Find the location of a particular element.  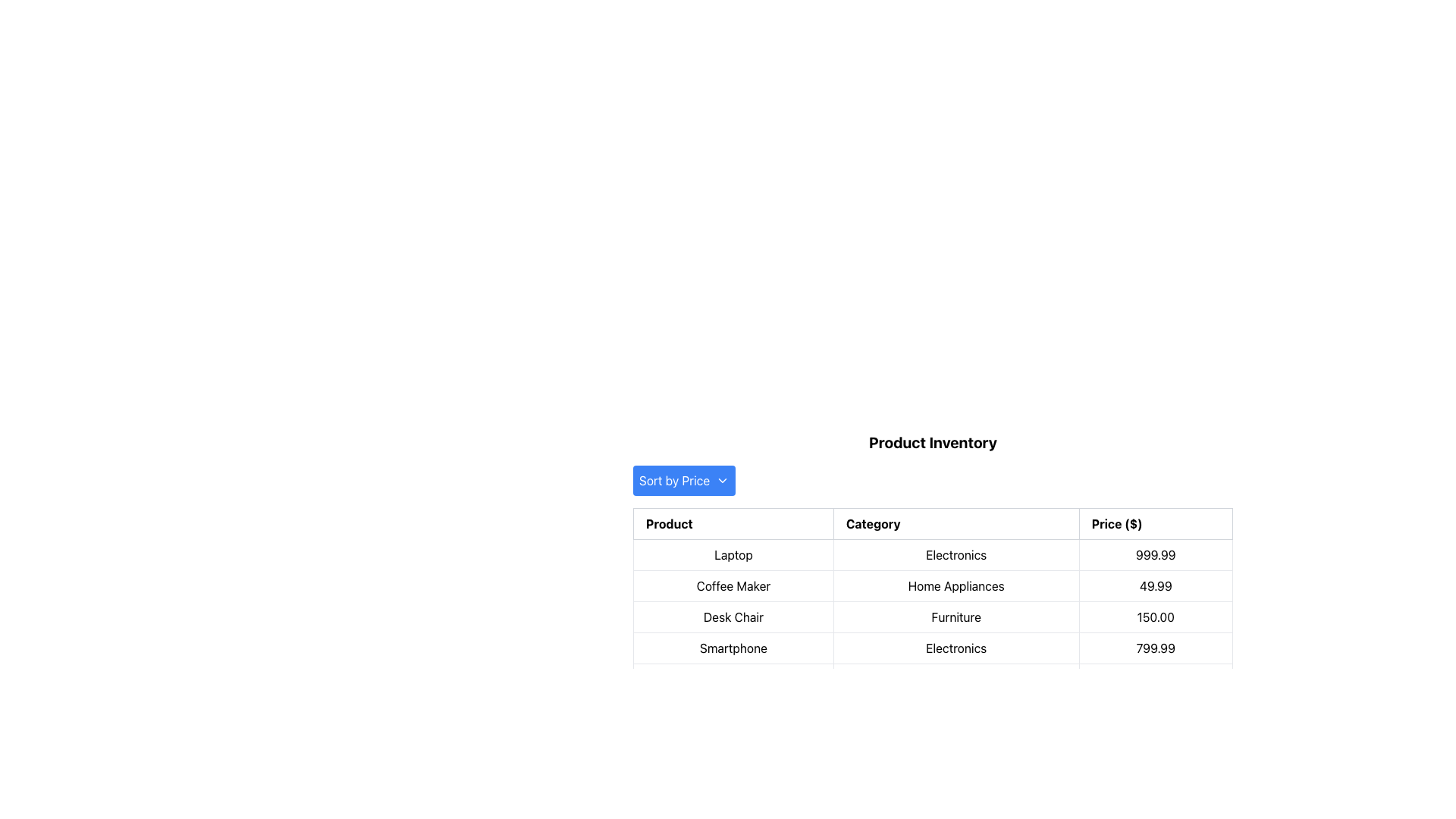

the static text '49.99' located in the 'Price' column of the 'Product Inventory' table, which is in the third column of the second row, aligned with 'Home Appliances' and 'Coffee Maker' is located at coordinates (1155, 585).